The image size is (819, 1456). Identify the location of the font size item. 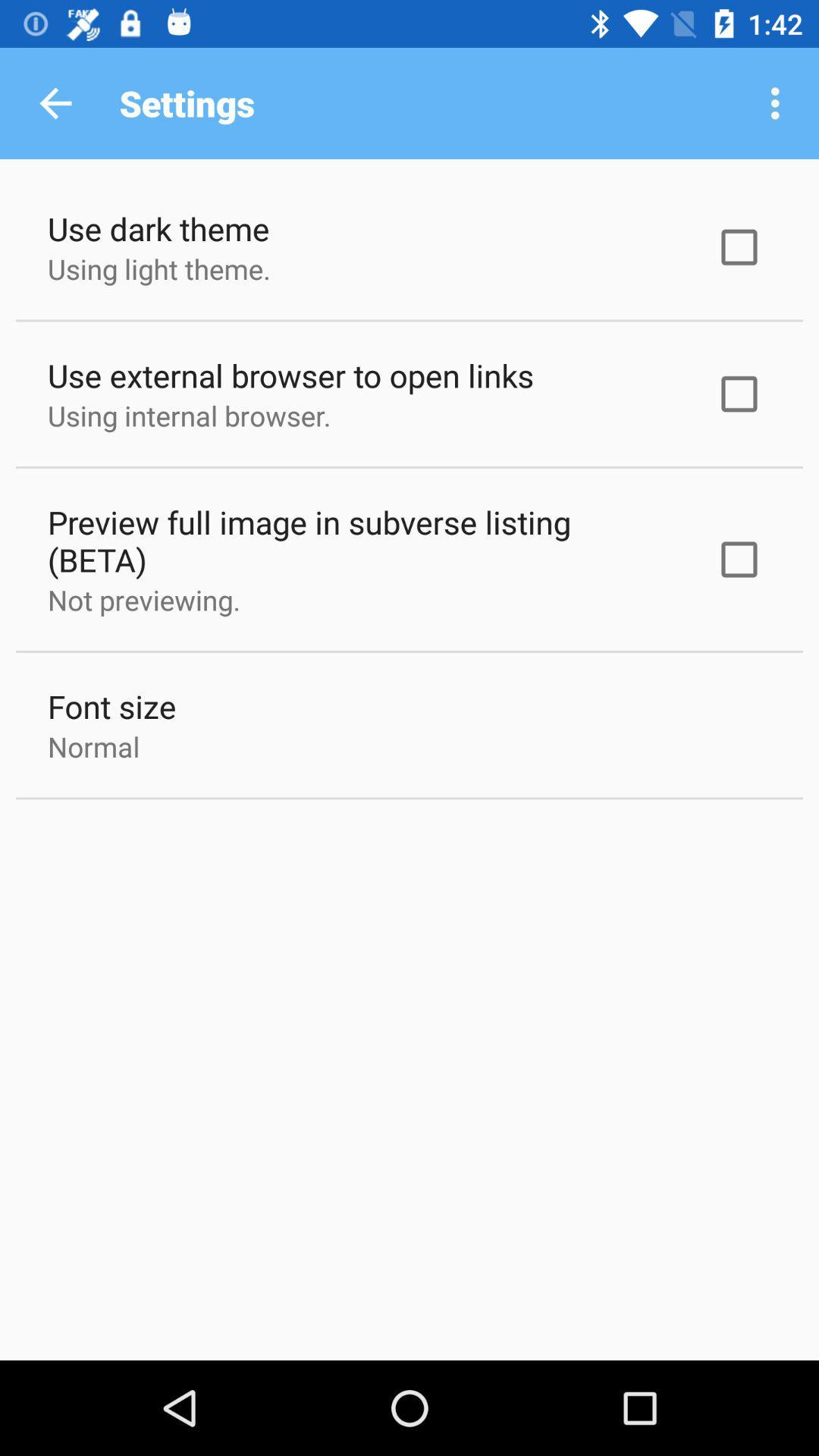
(111, 705).